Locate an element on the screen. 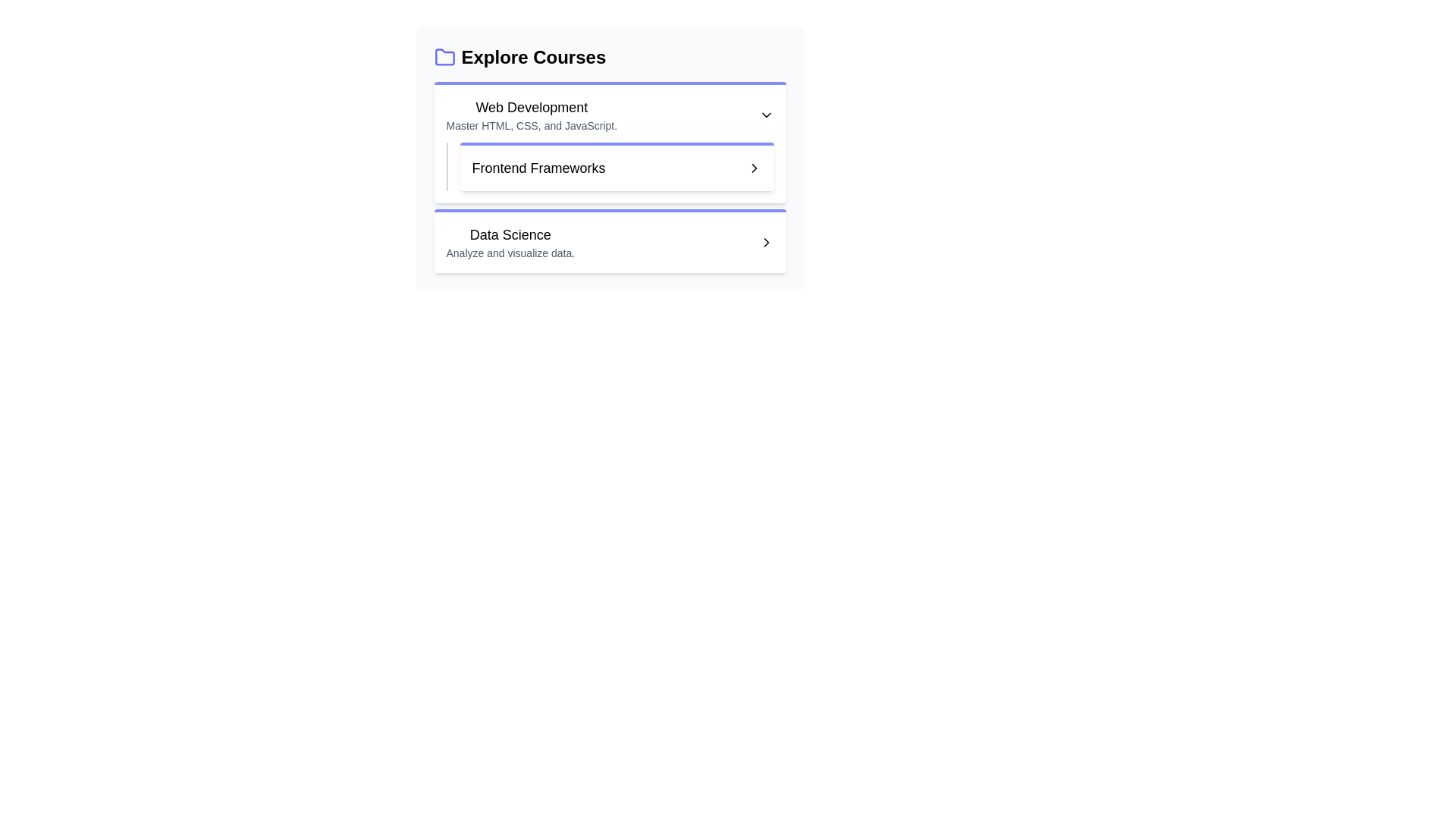 This screenshot has height=819, width=1456. the first selectable item in the 'Web Development' drop-down of the 'Explore Courses' section is located at coordinates (617, 168).